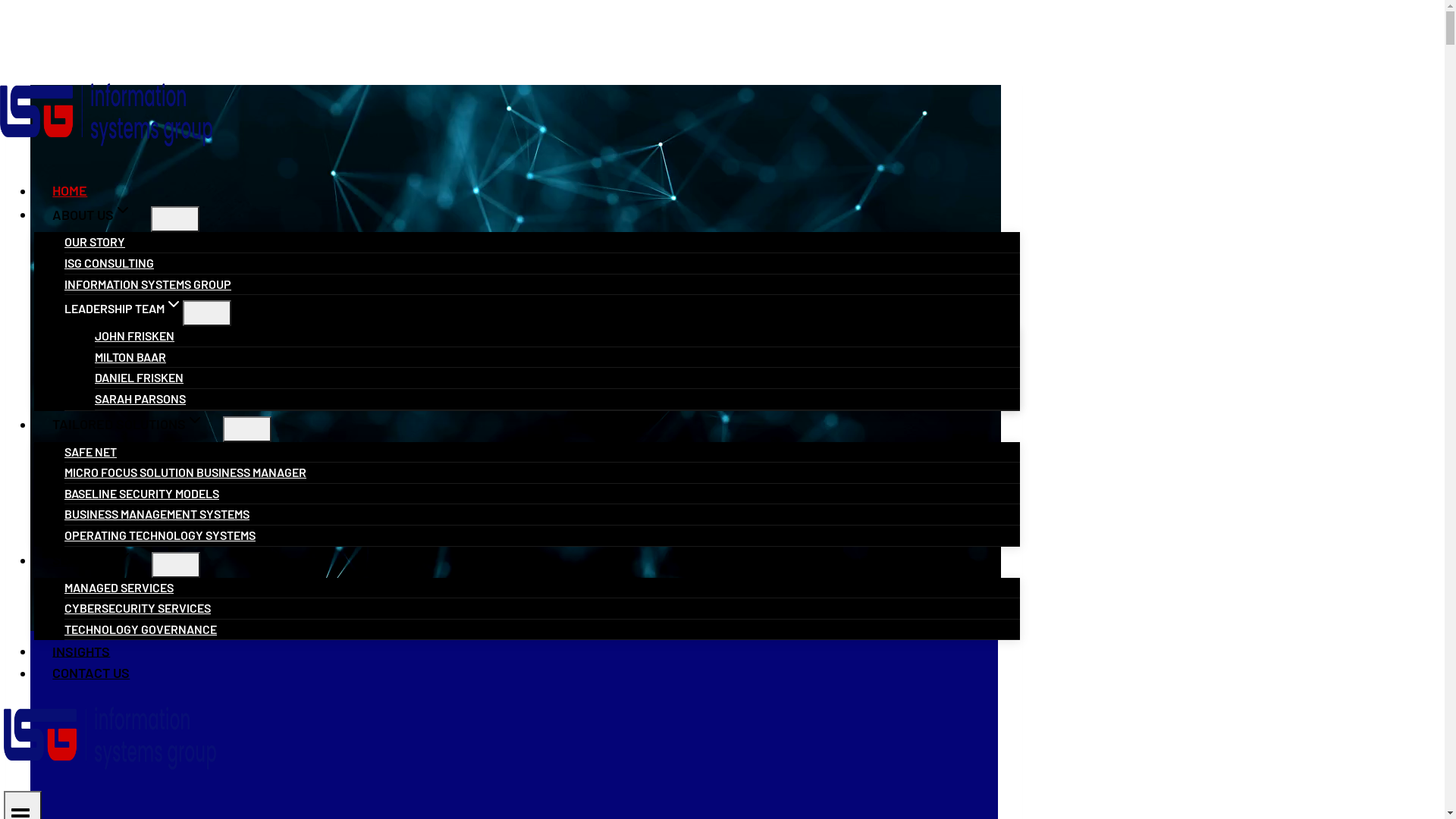 This screenshot has height=819, width=1456. What do you see at coordinates (128, 424) in the screenshot?
I see `'TAILORED SOLUTIONSEXPAND'` at bounding box center [128, 424].